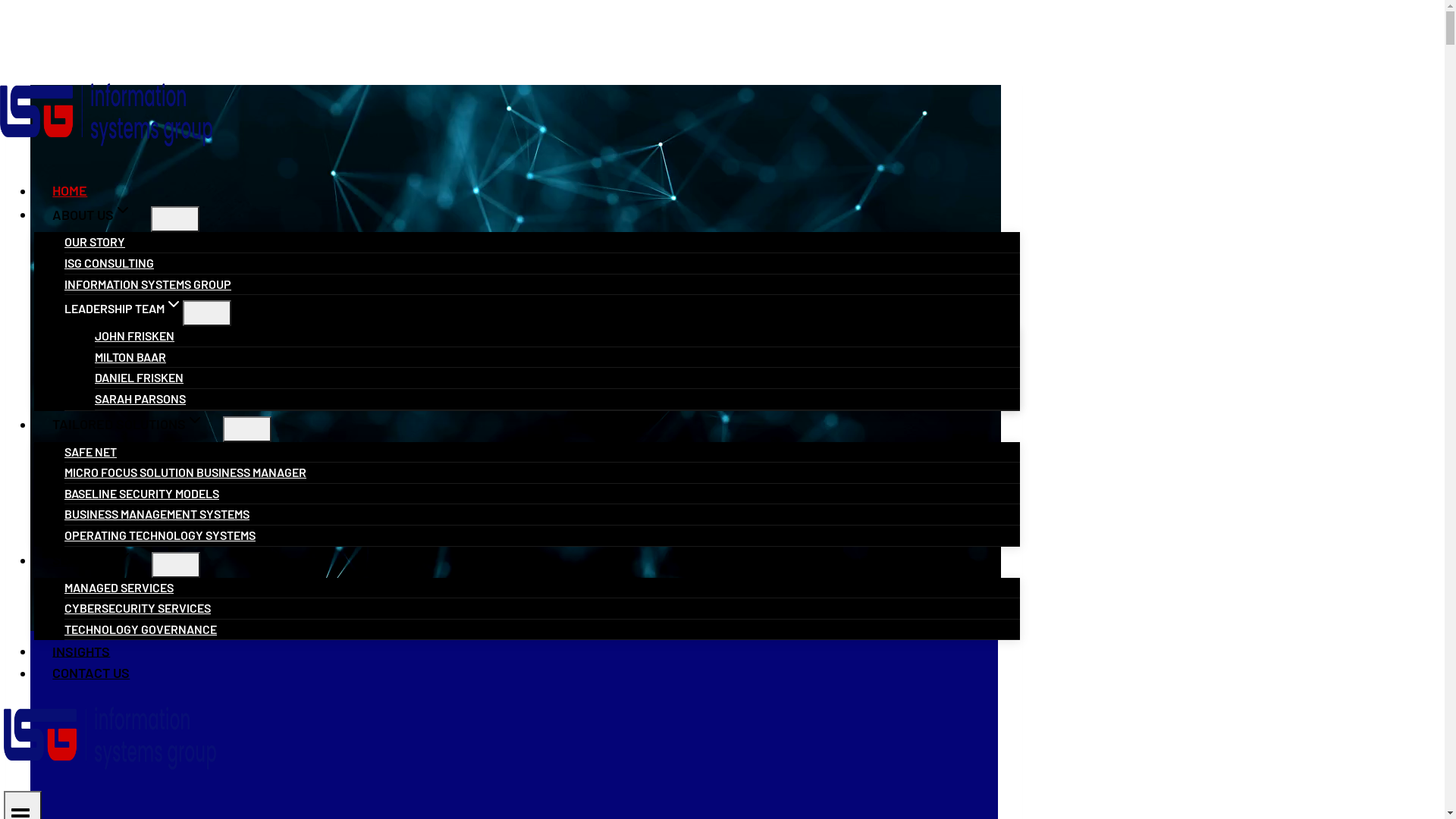 This screenshot has height=819, width=1456. What do you see at coordinates (128, 424) in the screenshot?
I see `'TAILORED SOLUTIONSEXPAND'` at bounding box center [128, 424].